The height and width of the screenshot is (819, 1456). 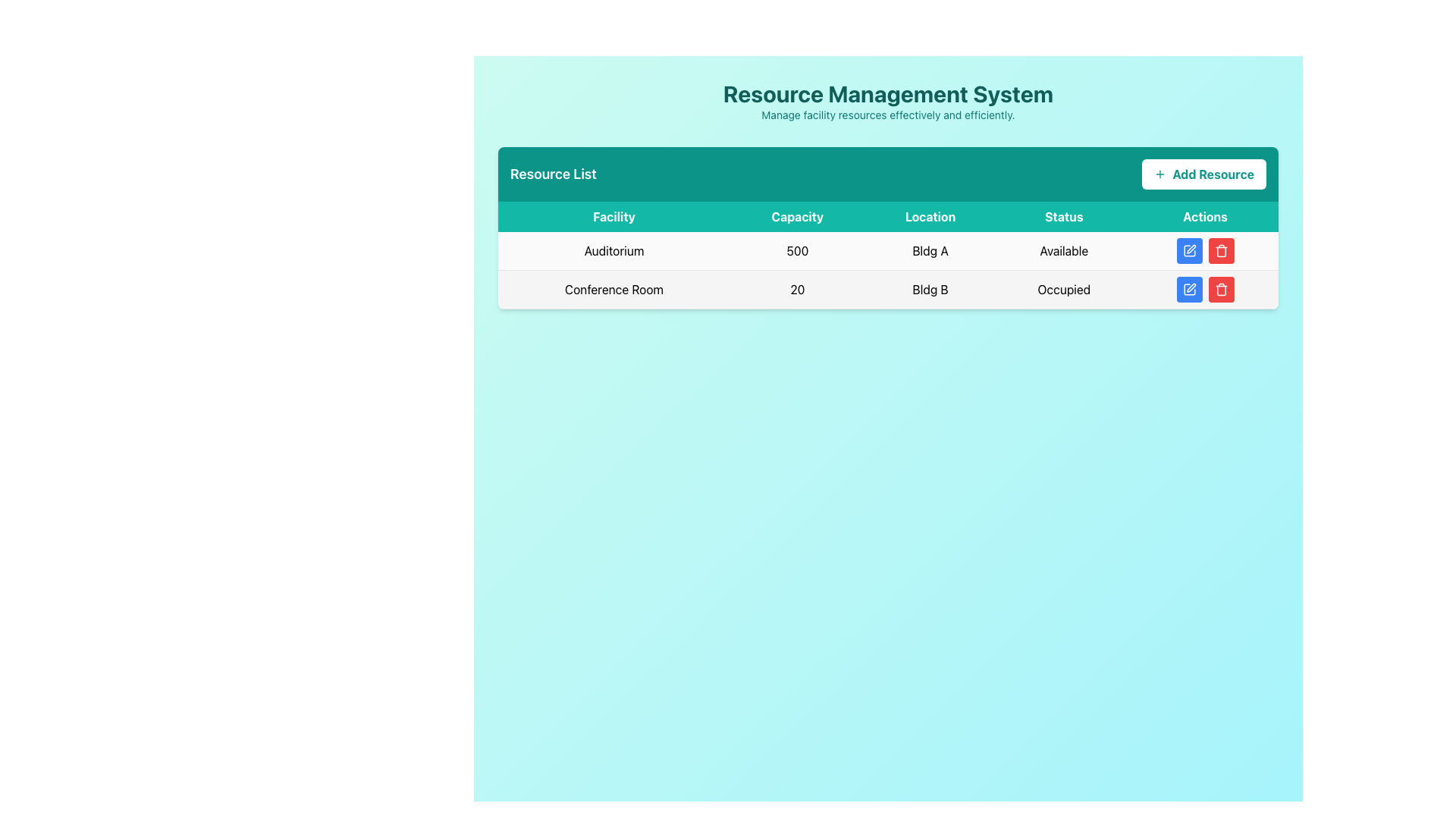 What do you see at coordinates (1203, 174) in the screenshot?
I see `the button located in the right corner of the teal-colored header bar labeled 'Resource List', which allows users to add a new resource to the list` at bounding box center [1203, 174].